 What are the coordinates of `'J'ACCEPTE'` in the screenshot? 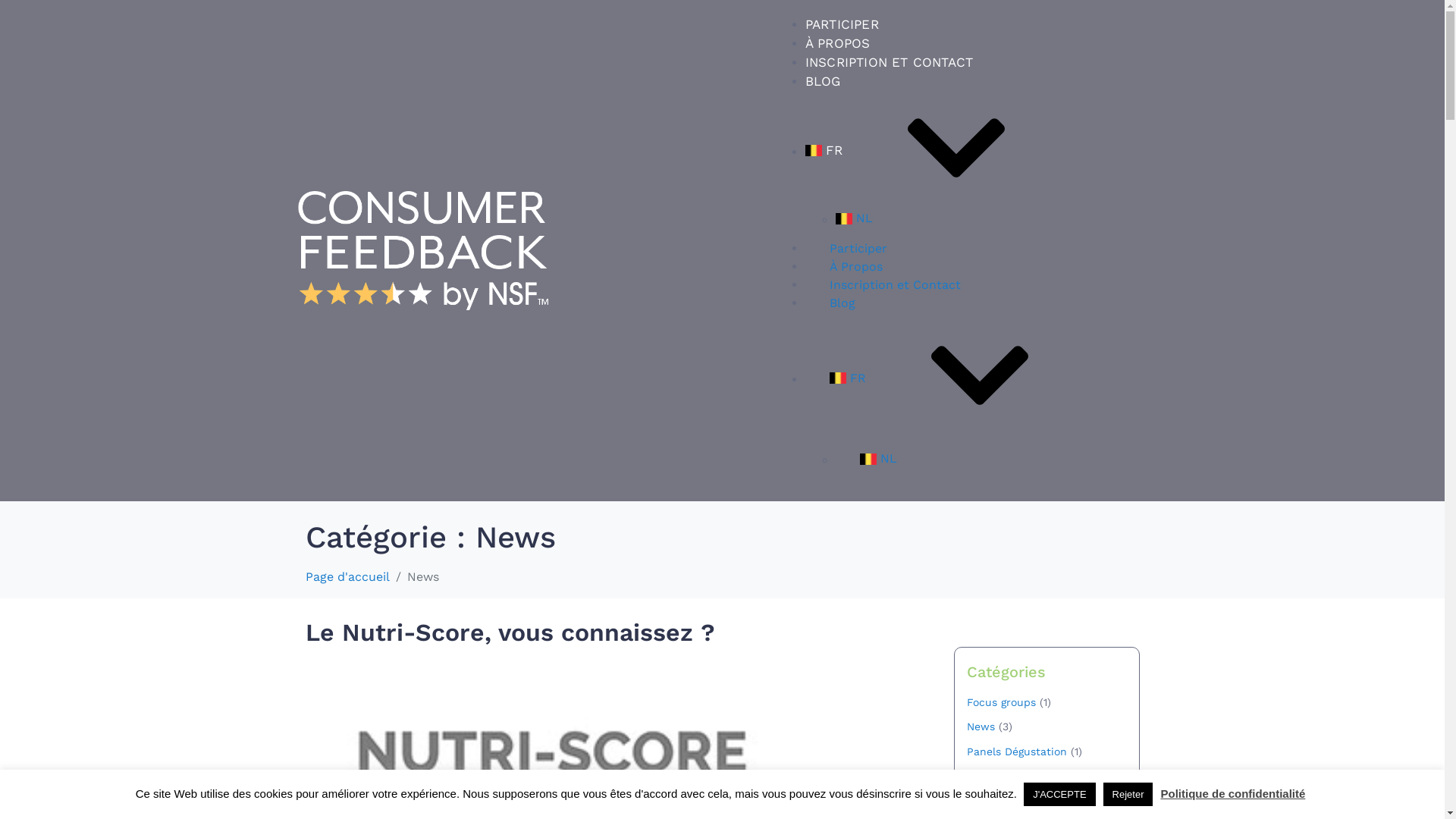 It's located at (1058, 793).